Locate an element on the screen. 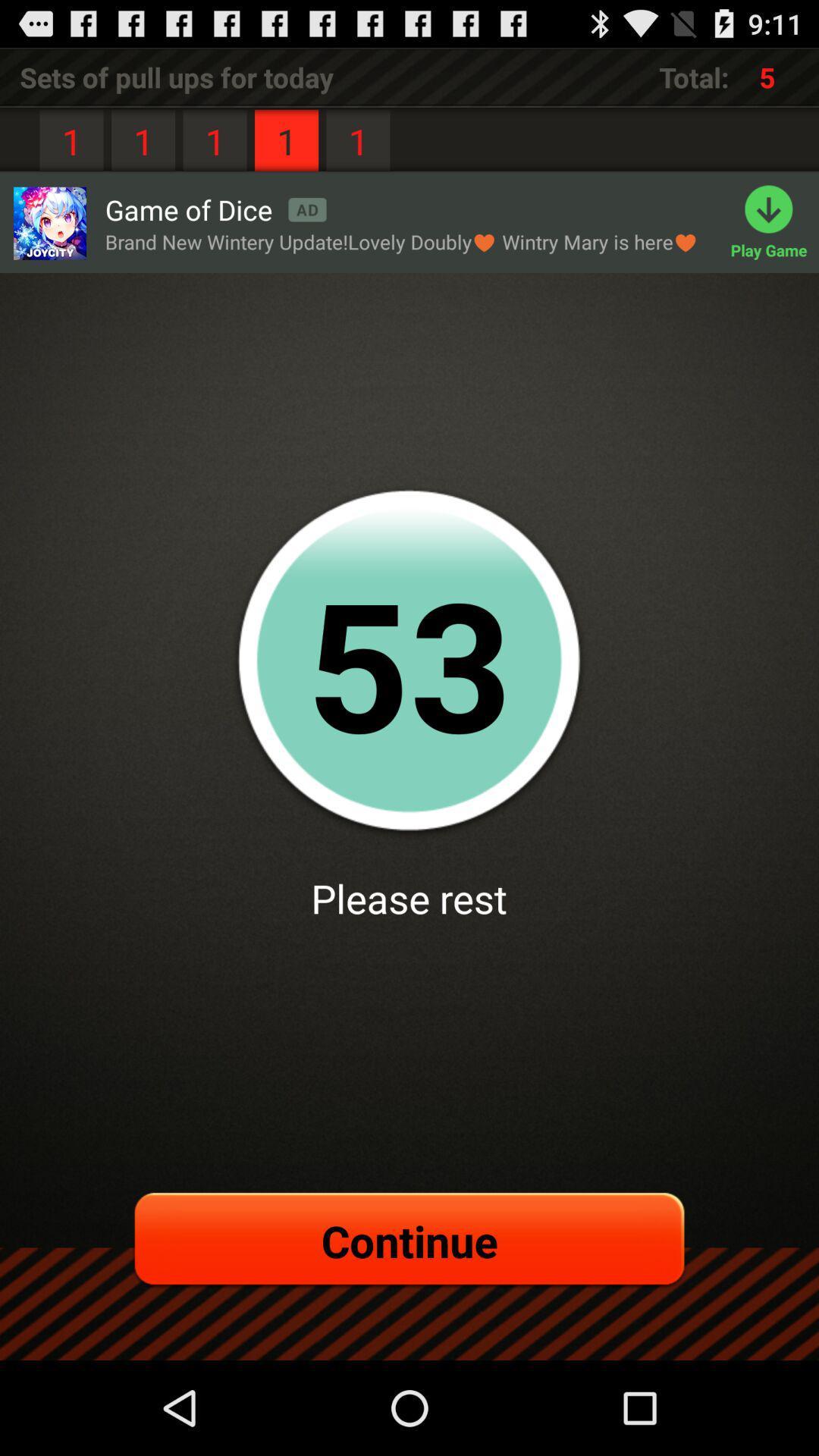  the icon below 1 is located at coordinates (49, 222).